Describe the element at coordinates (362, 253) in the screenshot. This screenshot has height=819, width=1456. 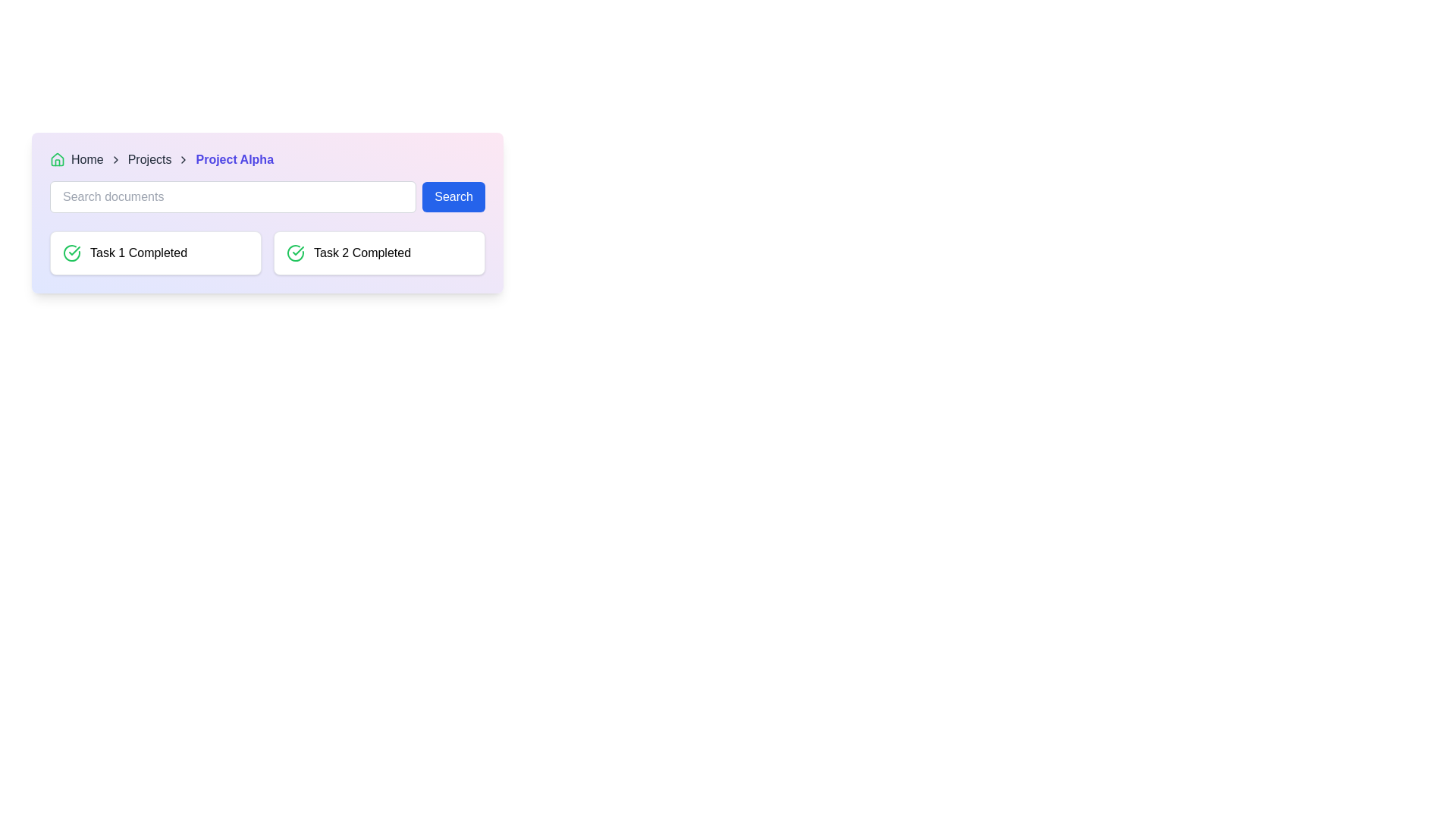
I see `the static text label displaying 'Task 2 Completed' which is part of a light-themed card interface, located in the bottom-right quadrant of the display, right next to a green checkmark icon` at that location.